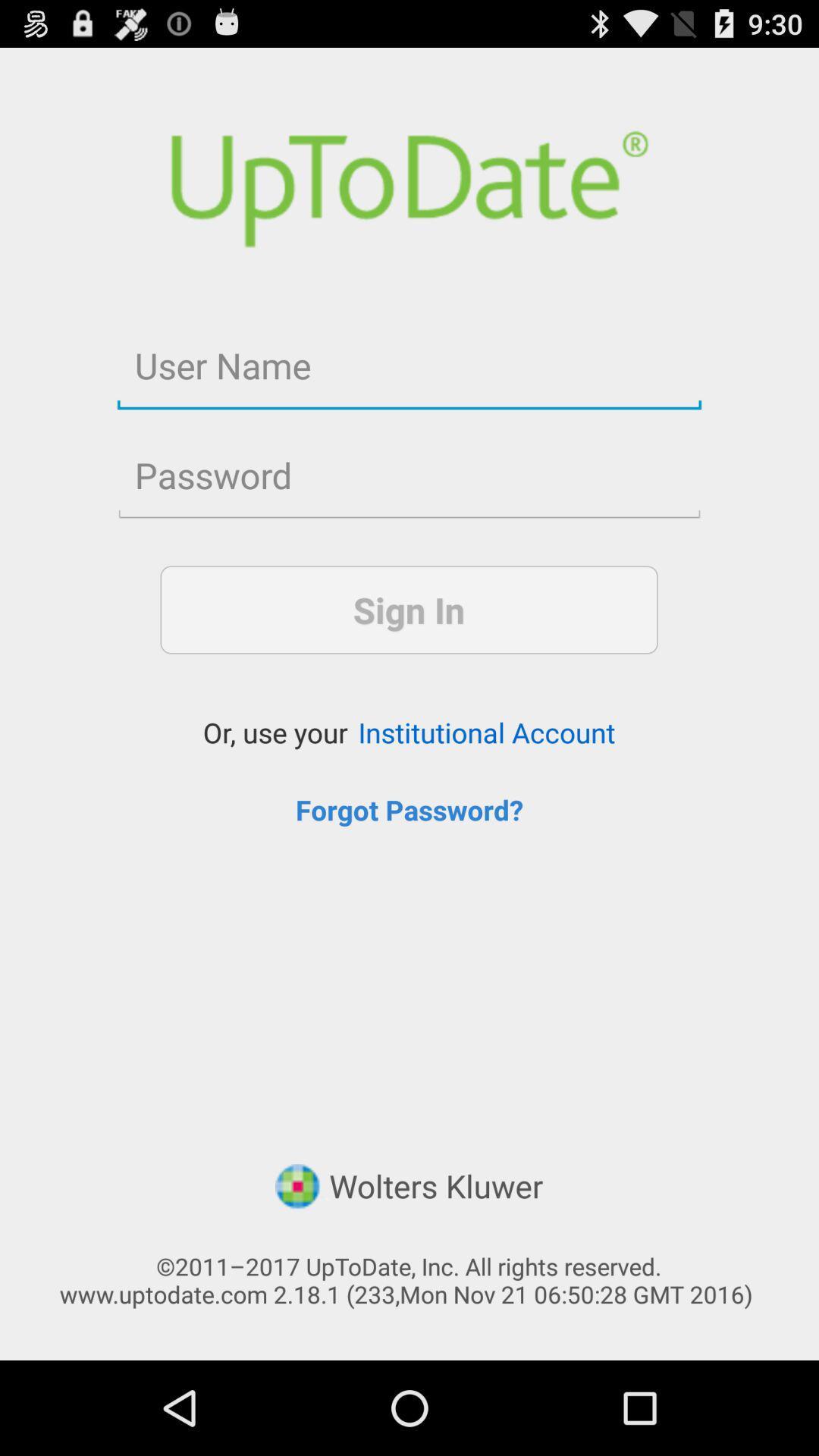 This screenshot has width=819, height=1456. Describe the element at coordinates (408, 610) in the screenshot. I see `app above the or, use your app` at that location.